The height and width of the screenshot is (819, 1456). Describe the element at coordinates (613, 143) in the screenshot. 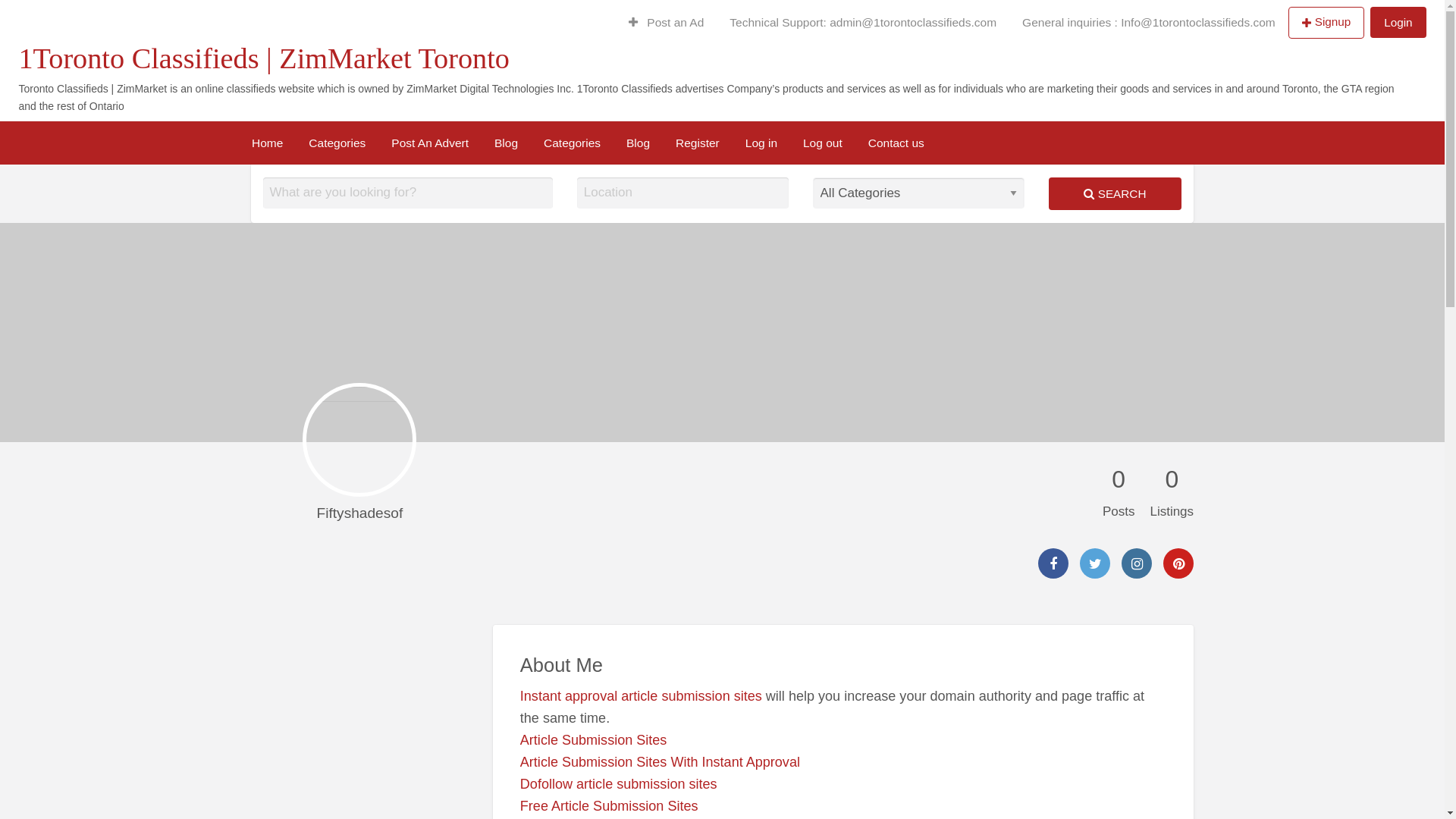

I see `'Blog'` at that location.